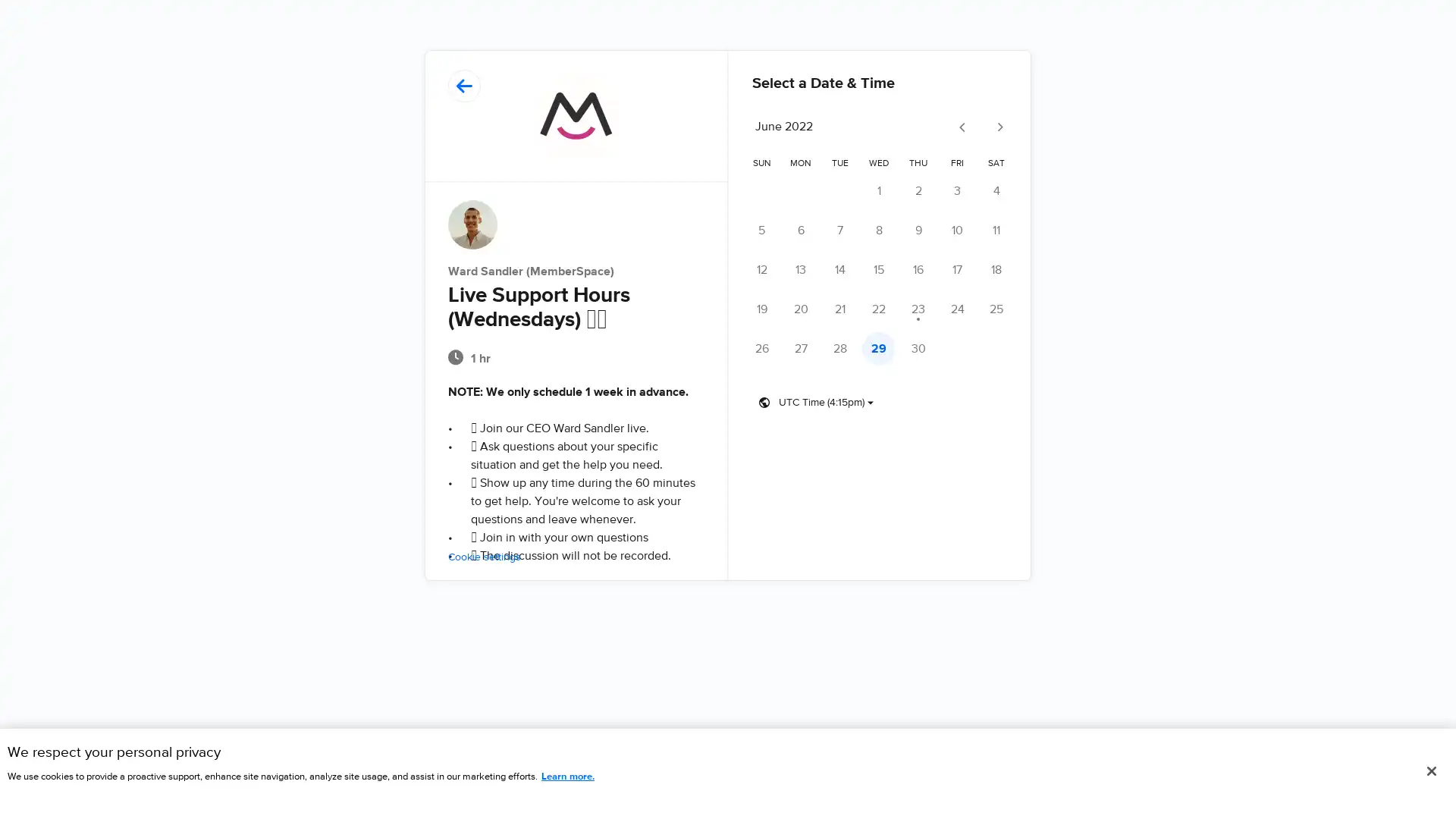 The width and height of the screenshot is (1456, 819). What do you see at coordinates (483, 557) in the screenshot?
I see `Cookie settings` at bounding box center [483, 557].